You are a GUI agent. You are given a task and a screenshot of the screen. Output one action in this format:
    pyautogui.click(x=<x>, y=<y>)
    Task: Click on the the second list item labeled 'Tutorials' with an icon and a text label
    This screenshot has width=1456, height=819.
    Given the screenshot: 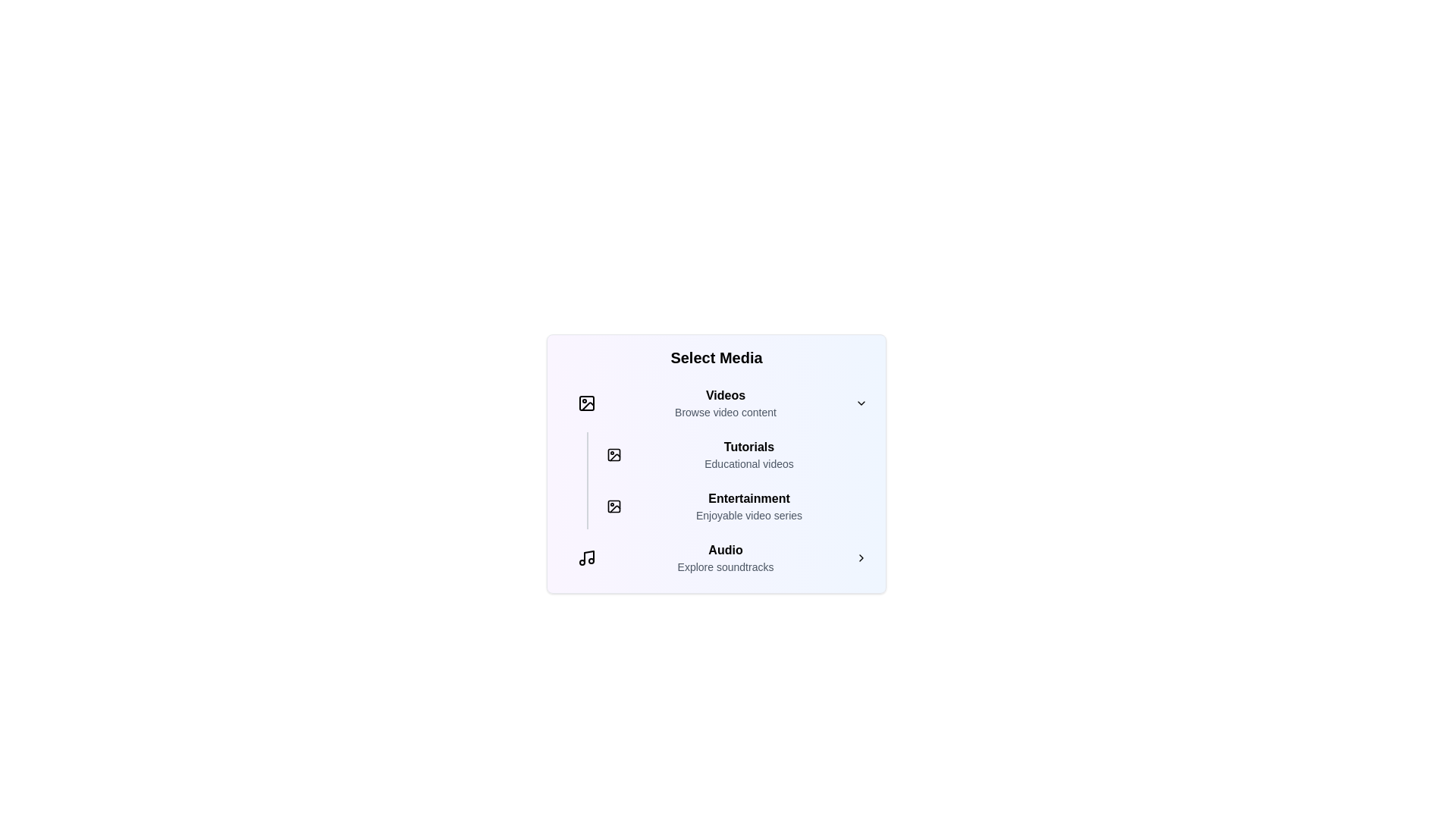 What is the action you would take?
    pyautogui.click(x=736, y=454)
    